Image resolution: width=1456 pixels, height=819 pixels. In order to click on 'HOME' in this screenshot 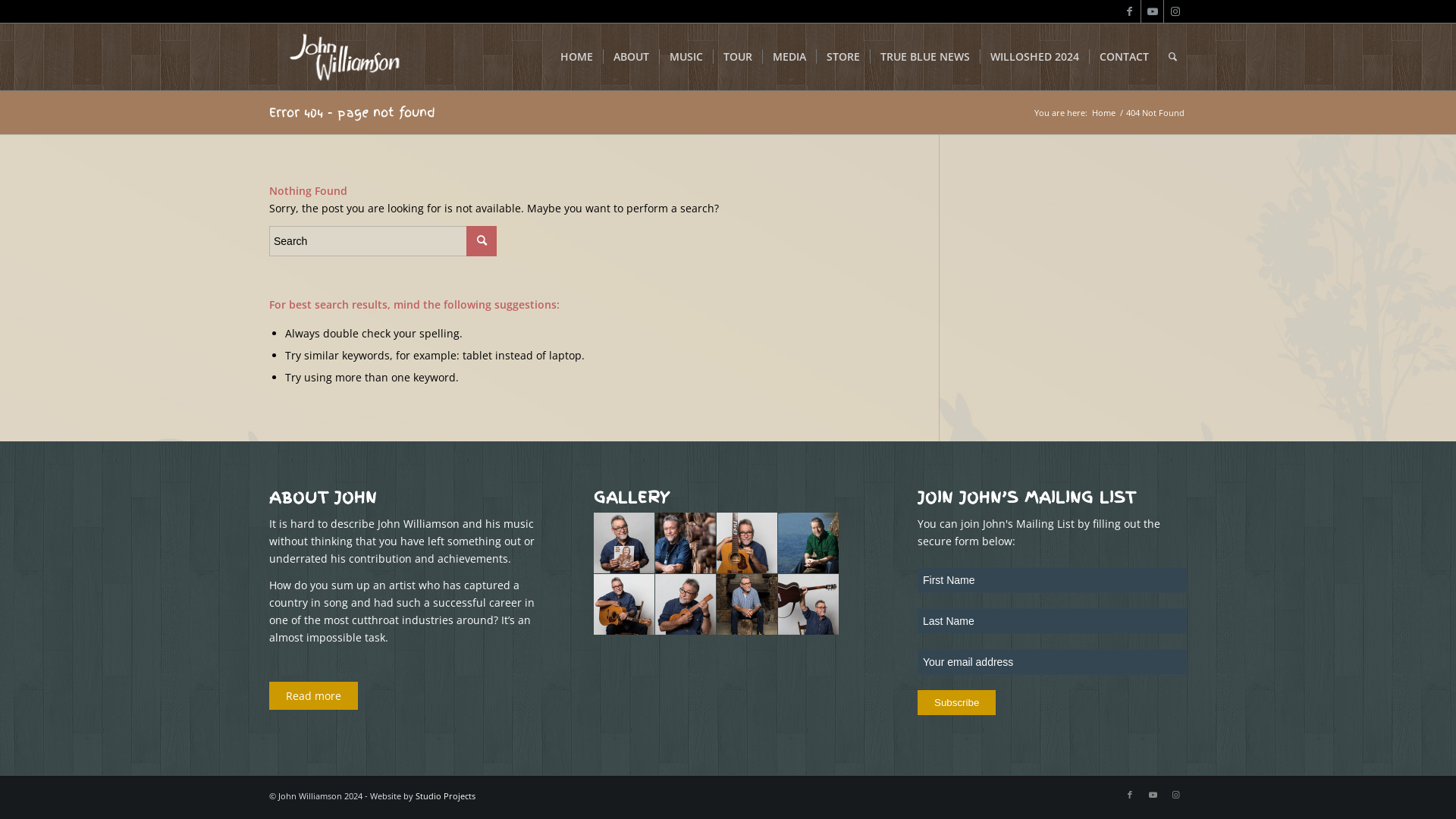, I will do `click(549, 55)`.